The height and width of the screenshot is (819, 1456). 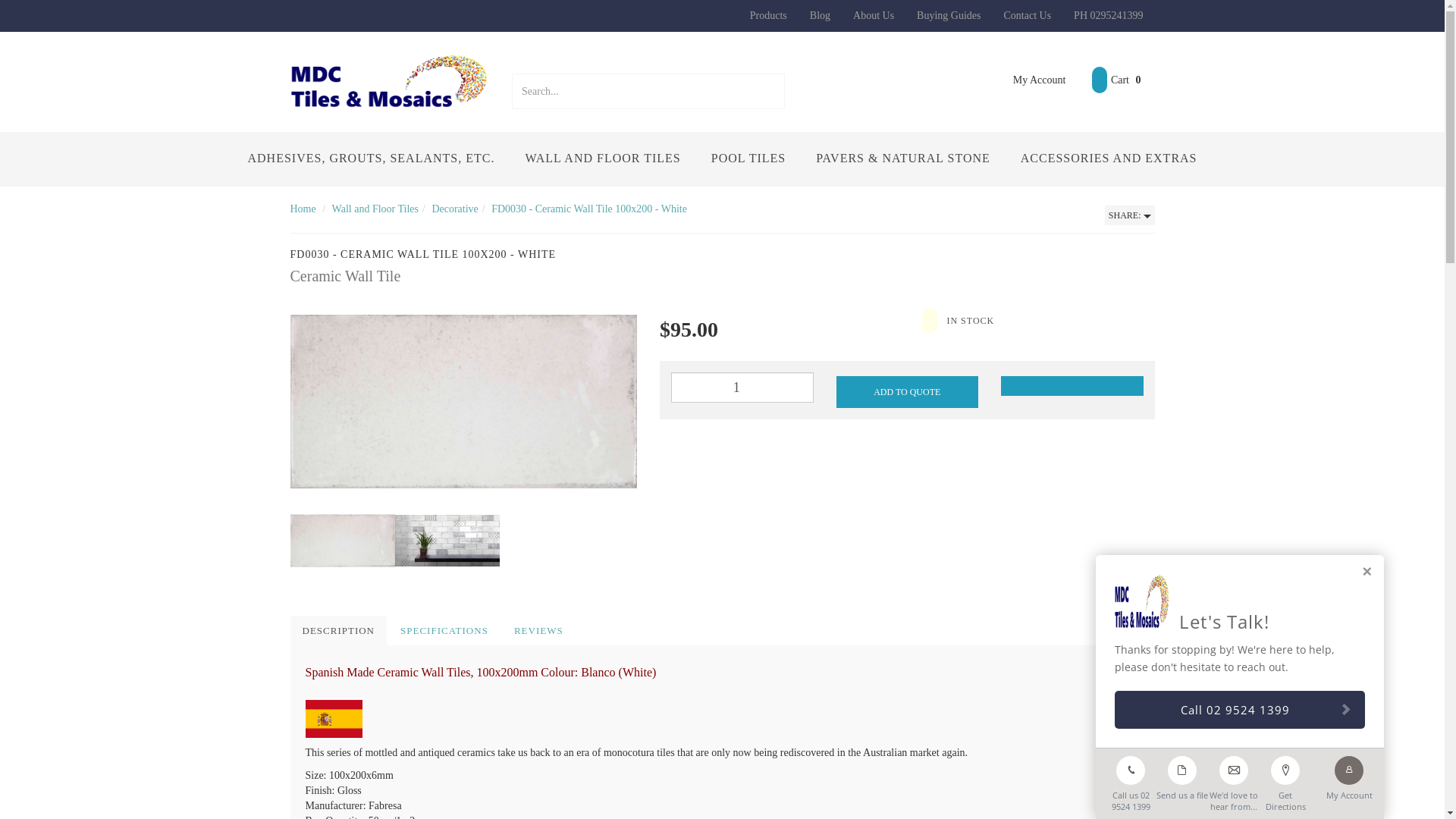 What do you see at coordinates (948, 15) in the screenshot?
I see `'Buying Guides'` at bounding box center [948, 15].